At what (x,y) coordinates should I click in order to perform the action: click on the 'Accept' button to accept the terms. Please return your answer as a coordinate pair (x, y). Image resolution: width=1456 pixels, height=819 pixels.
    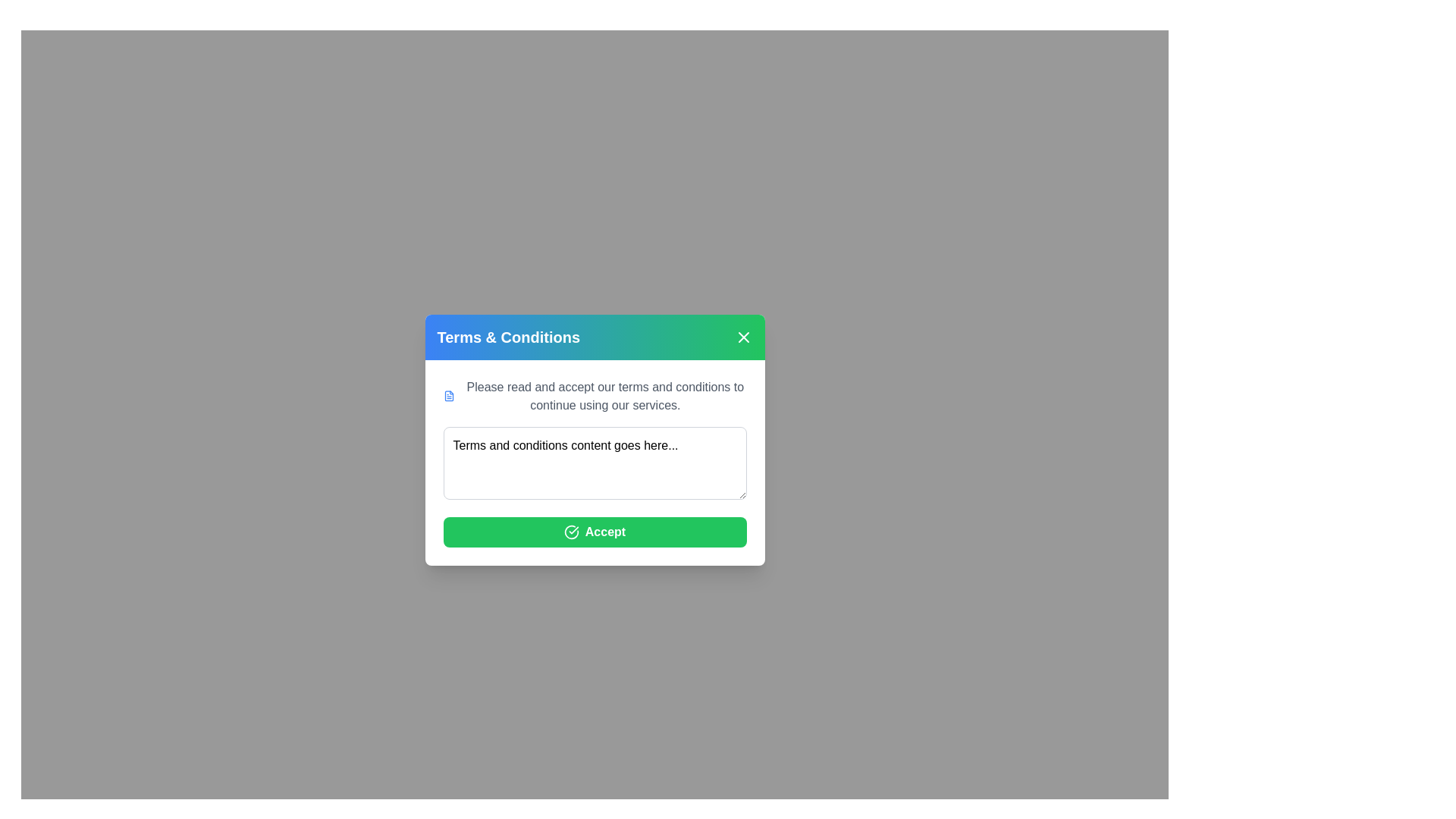
    Looking at the image, I should click on (594, 531).